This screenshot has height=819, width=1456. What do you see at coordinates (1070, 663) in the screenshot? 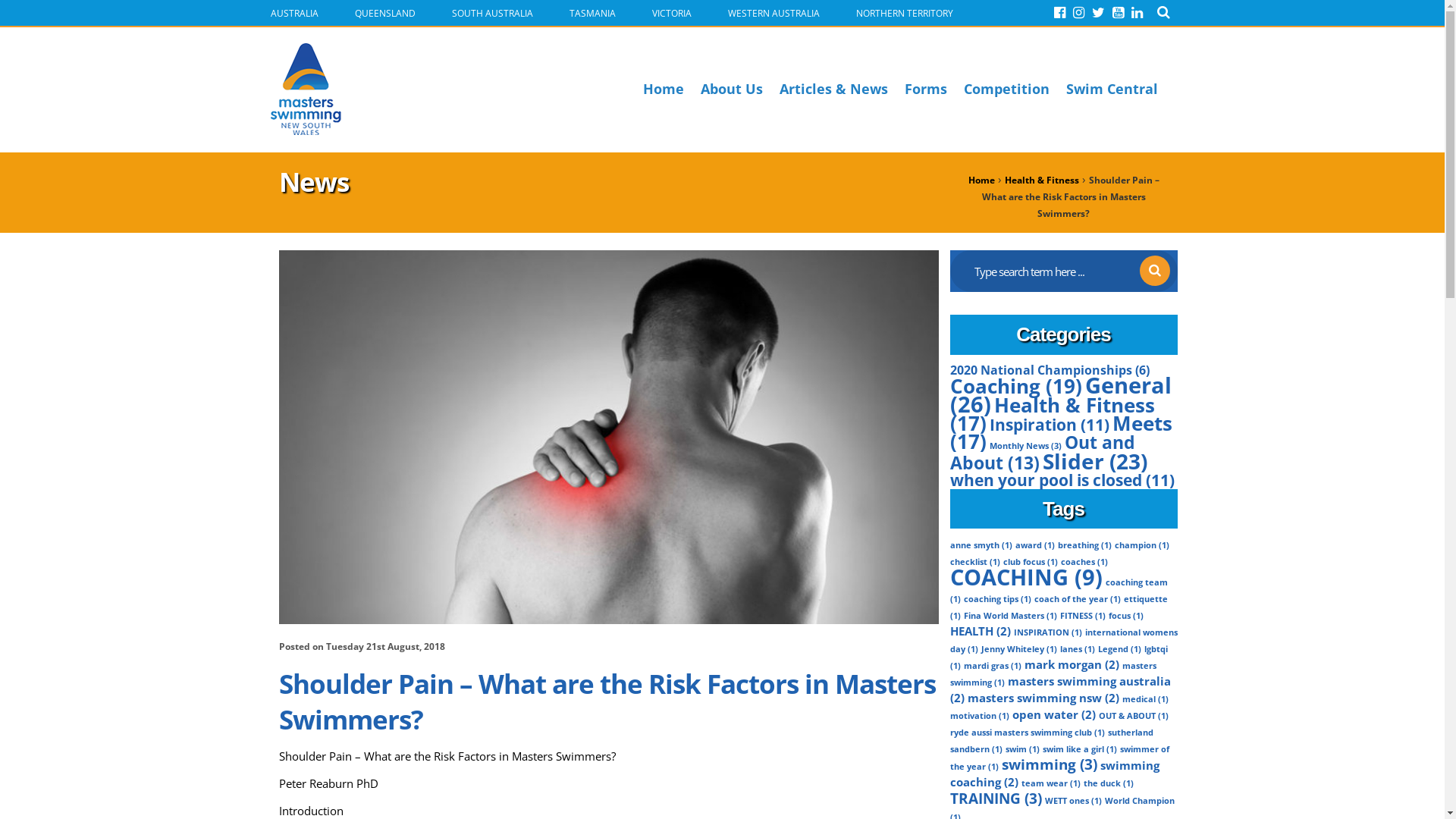
I see `'mark morgan (2)'` at bounding box center [1070, 663].